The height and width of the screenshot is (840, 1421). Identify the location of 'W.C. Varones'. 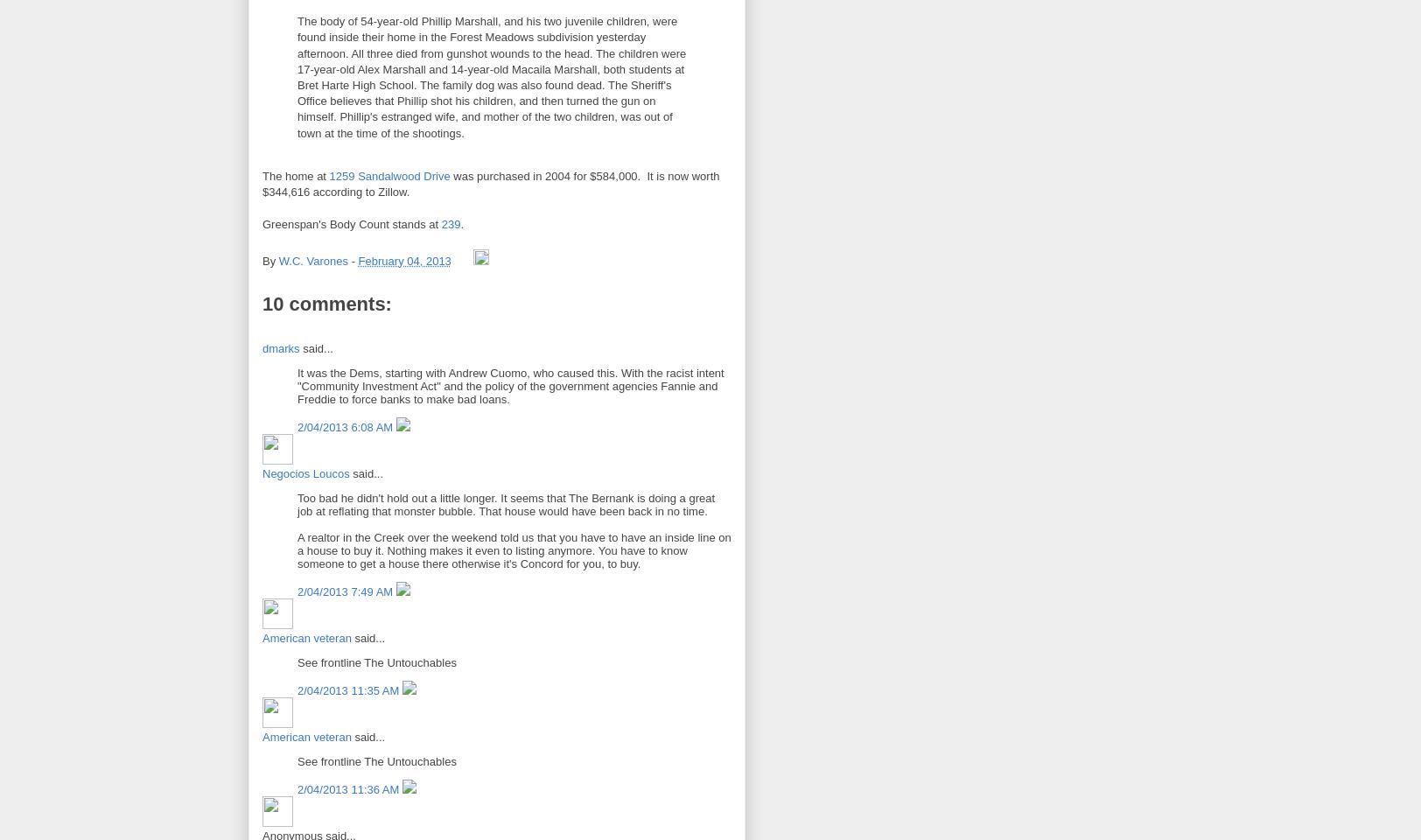
(312, 260).